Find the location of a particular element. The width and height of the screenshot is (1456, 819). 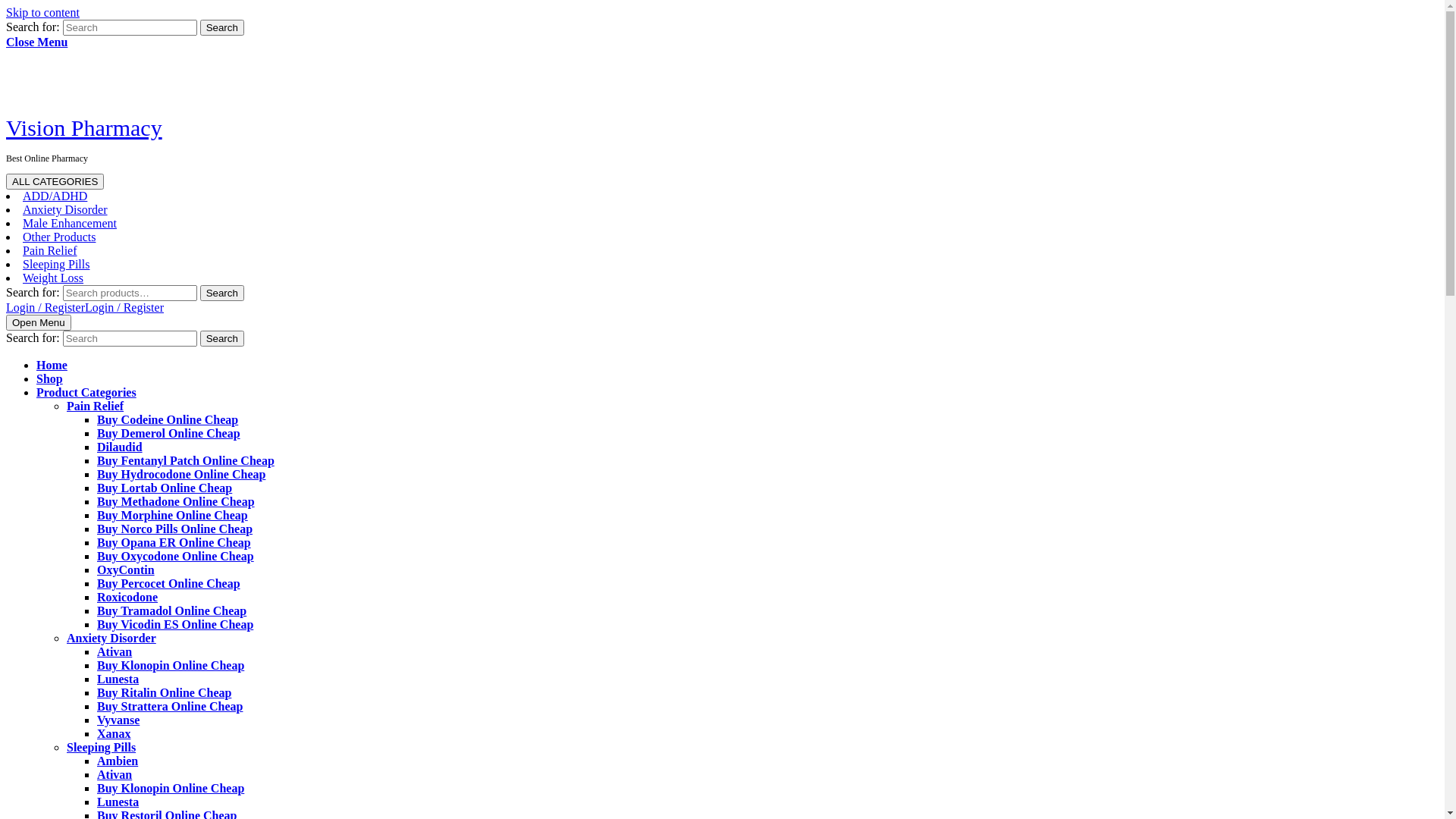

'Buy Lortab Online Cheap' is located at coordinates (164, 488).